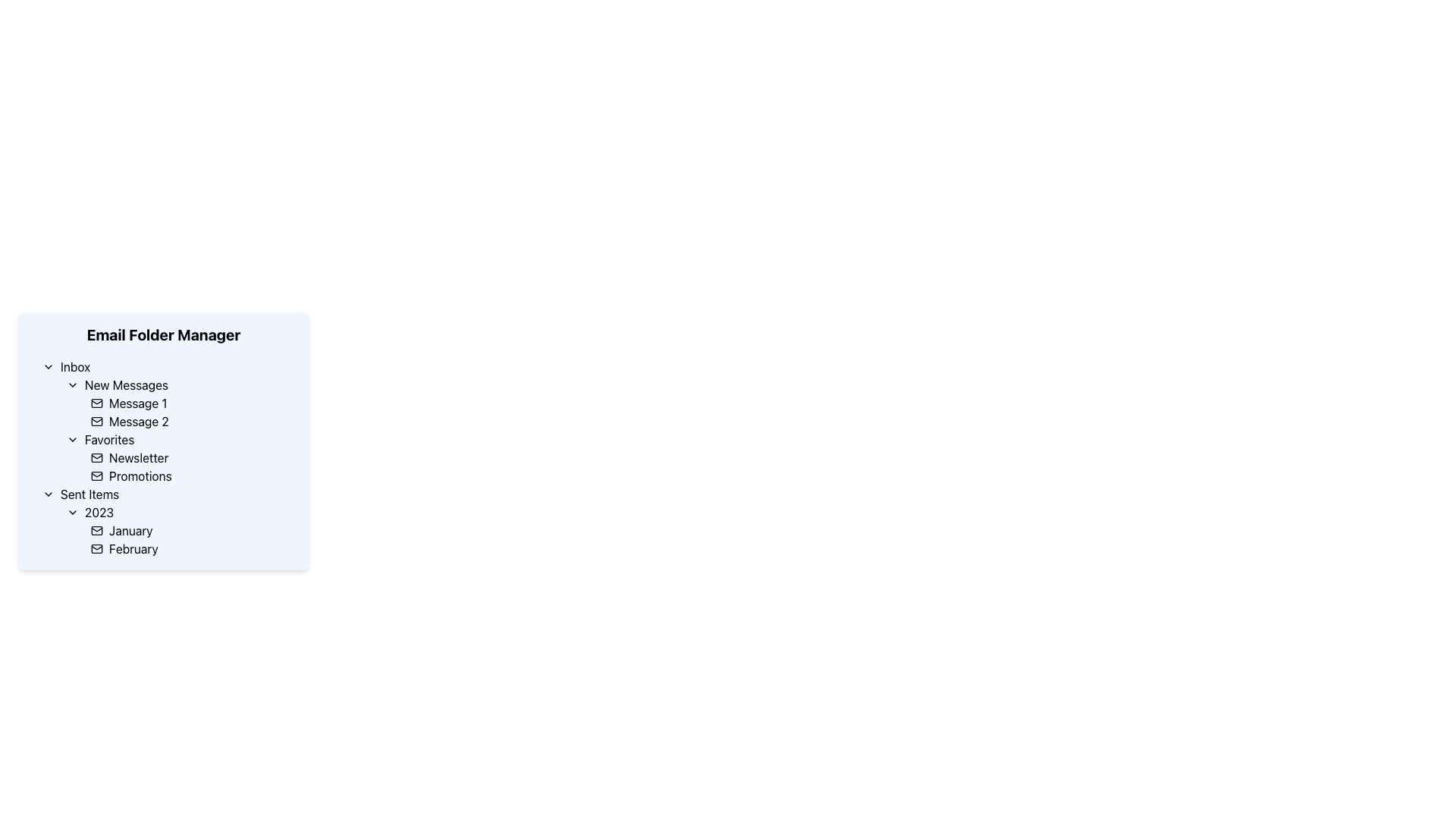 This screenshot has width=1456, height=819. Describe the element at coordinates (130, 529) in the screenshot. I see `the navigational text label for January under the 'Sent Items > 2023' folder` at that location.